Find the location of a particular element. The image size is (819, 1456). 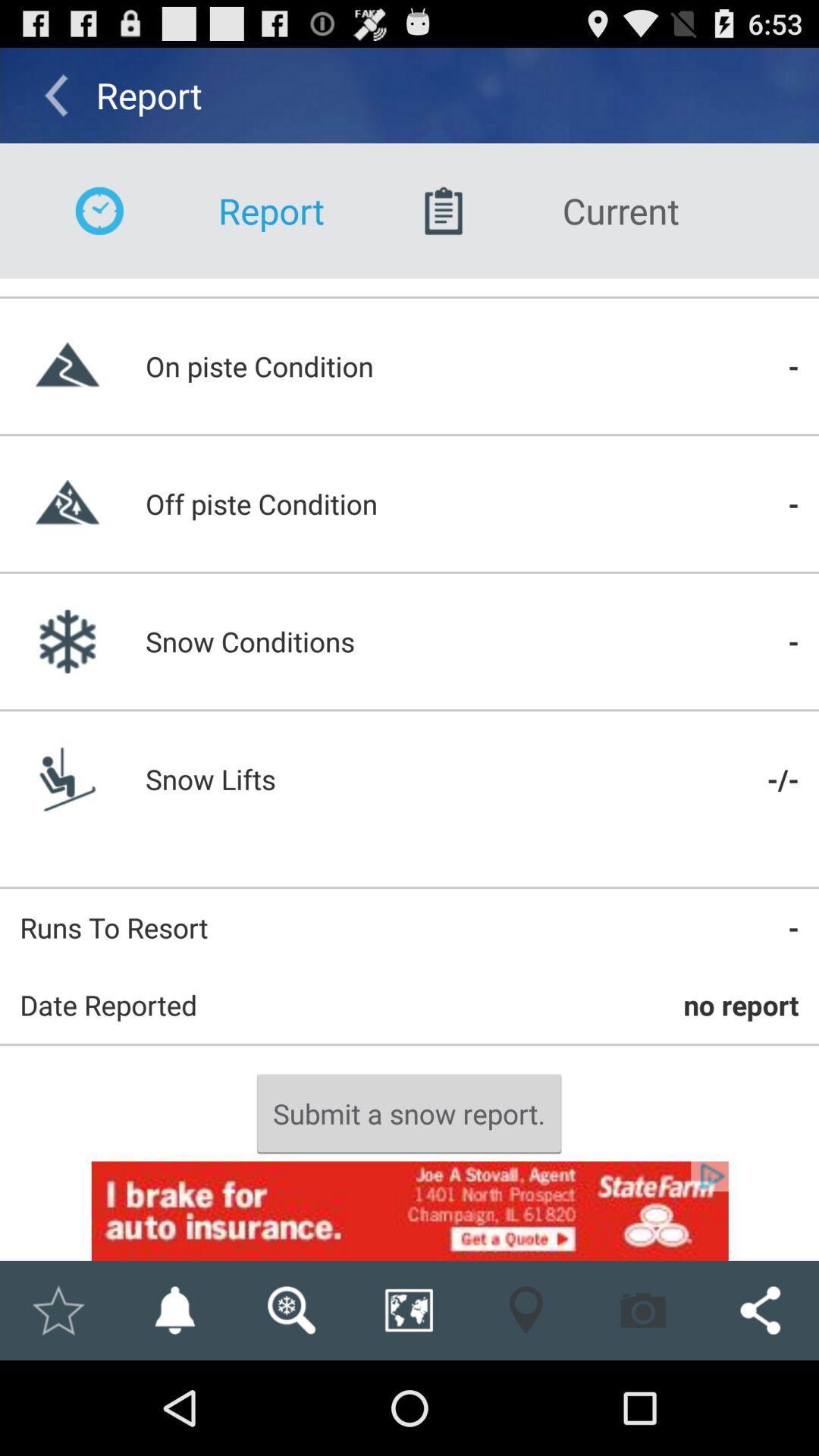

book mark is located at coordinates (57, 1310).